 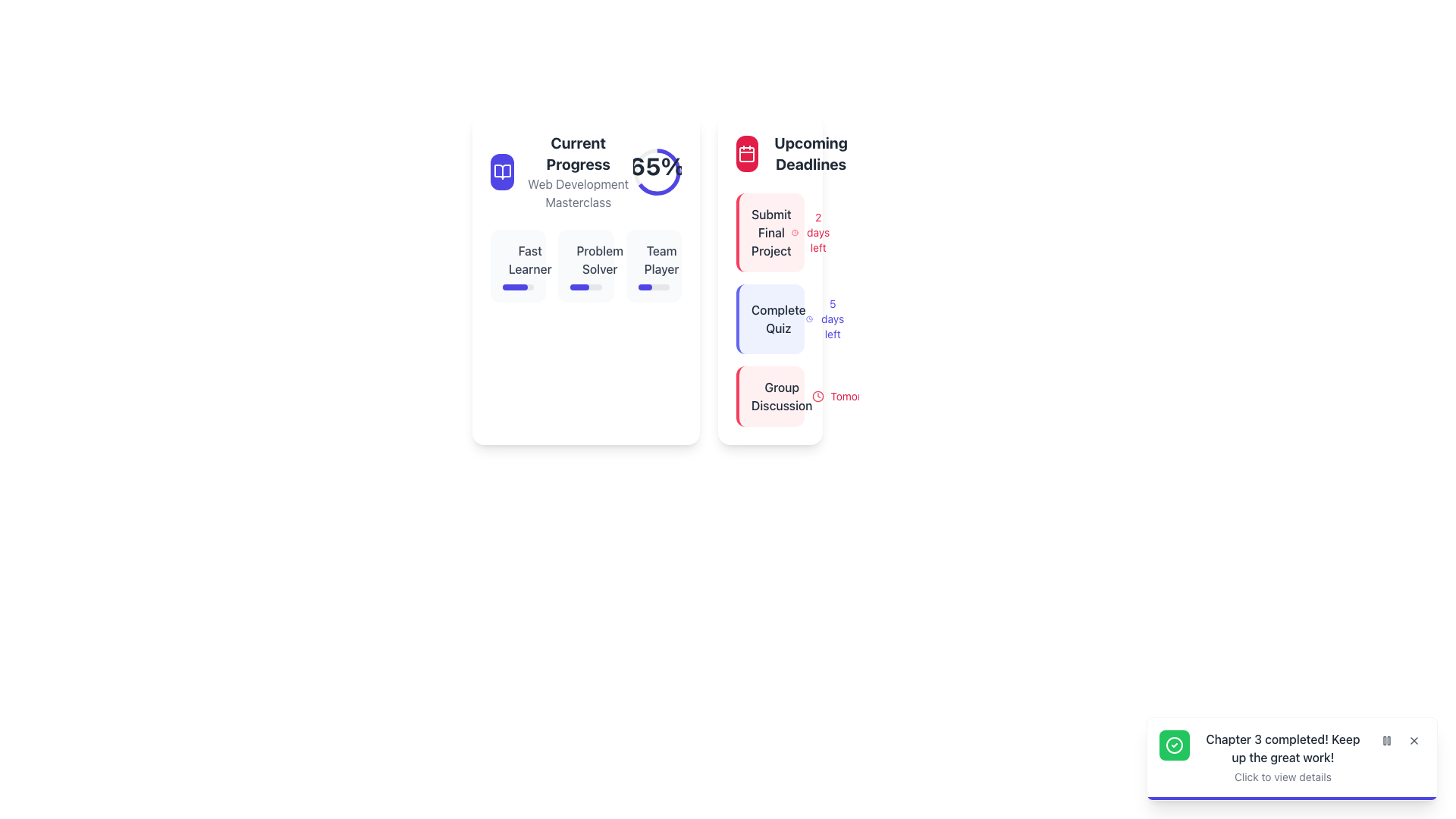 I want to click on the Close button on the right side of the notification pop-up, so click(x=1414, y=739).